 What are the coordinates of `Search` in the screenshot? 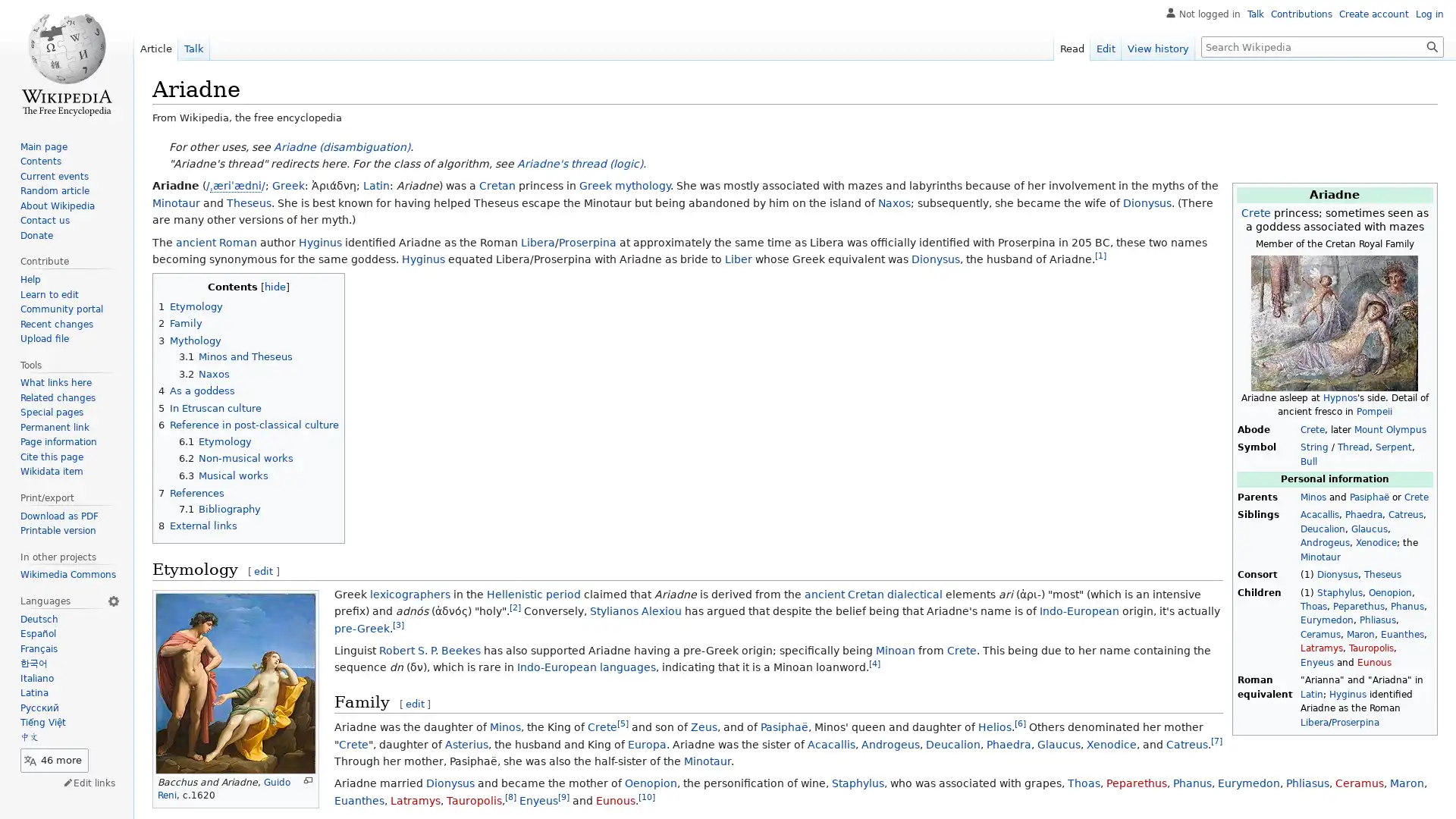 It's located at (1432, 45).